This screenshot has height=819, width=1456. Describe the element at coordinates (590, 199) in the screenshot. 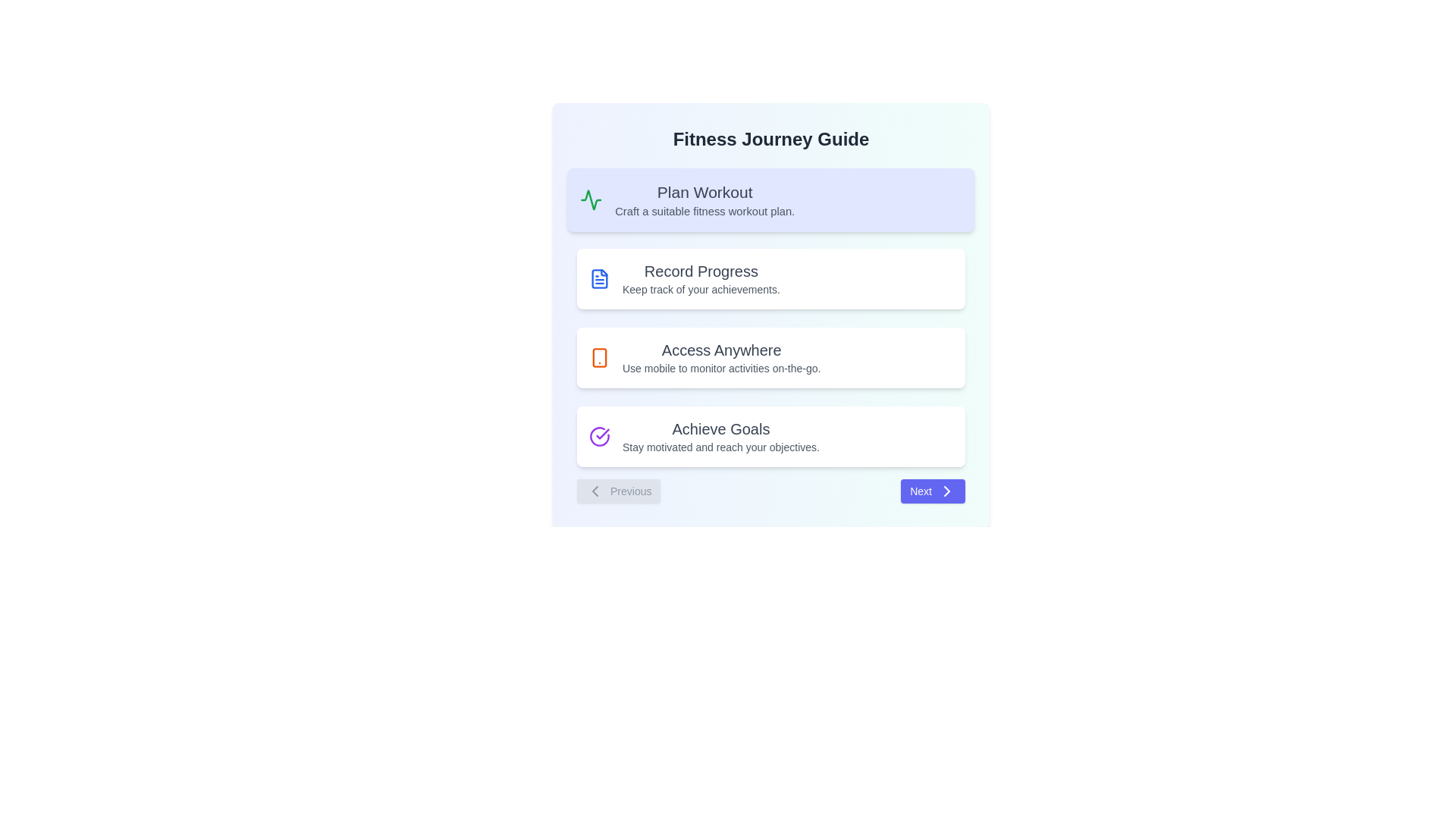

I see `the green activity icon with a wavy line design, located to the left of the 'Plan Workout' text block` at that location.